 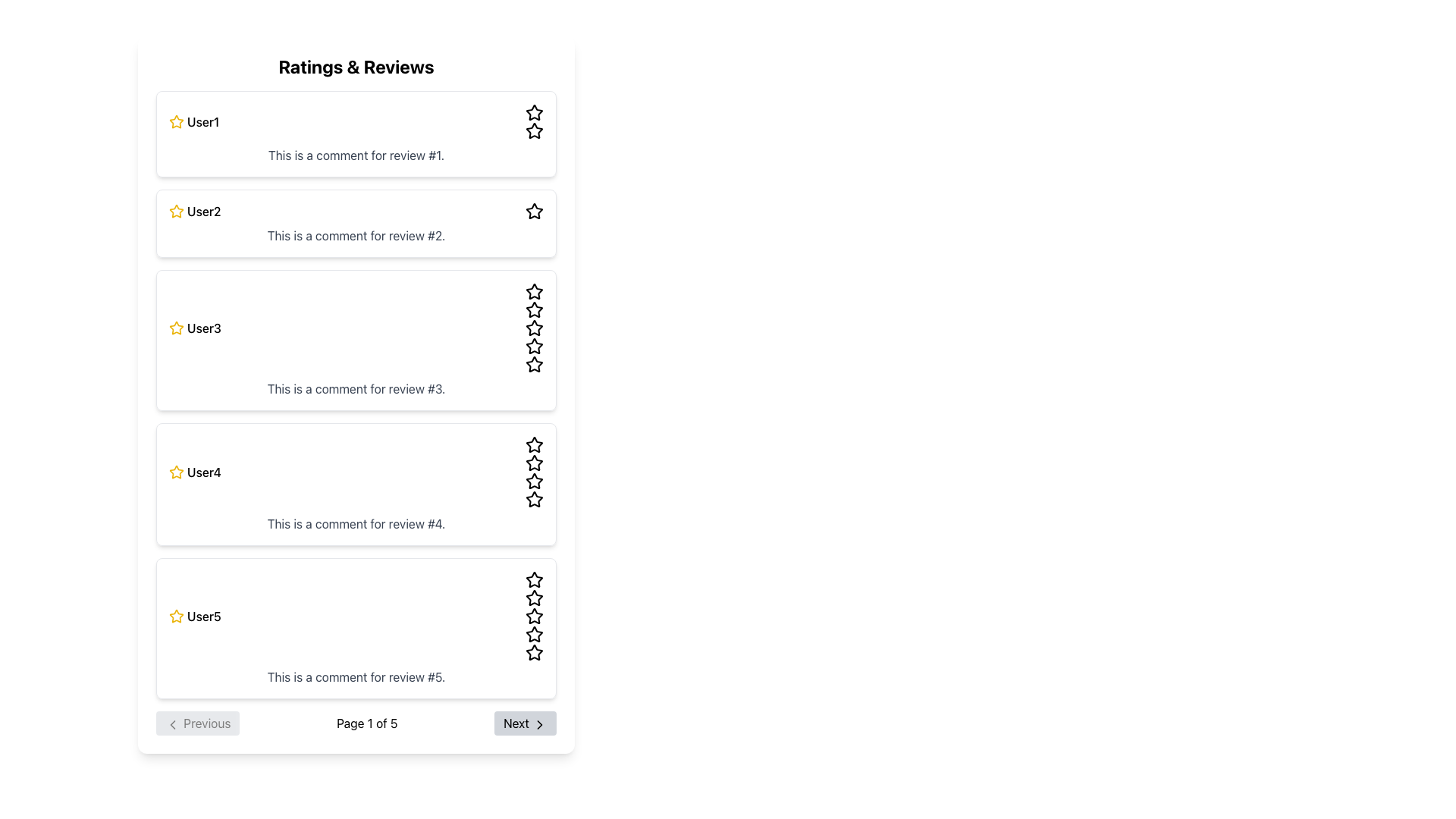 What do you see at coordinates (535, 111) in the screenshot?
I see `the first star rating symbol adjacent to the 'User1' label in the top entry of the 'Ratings & Reviews' list` at bounding box center [535, 111].